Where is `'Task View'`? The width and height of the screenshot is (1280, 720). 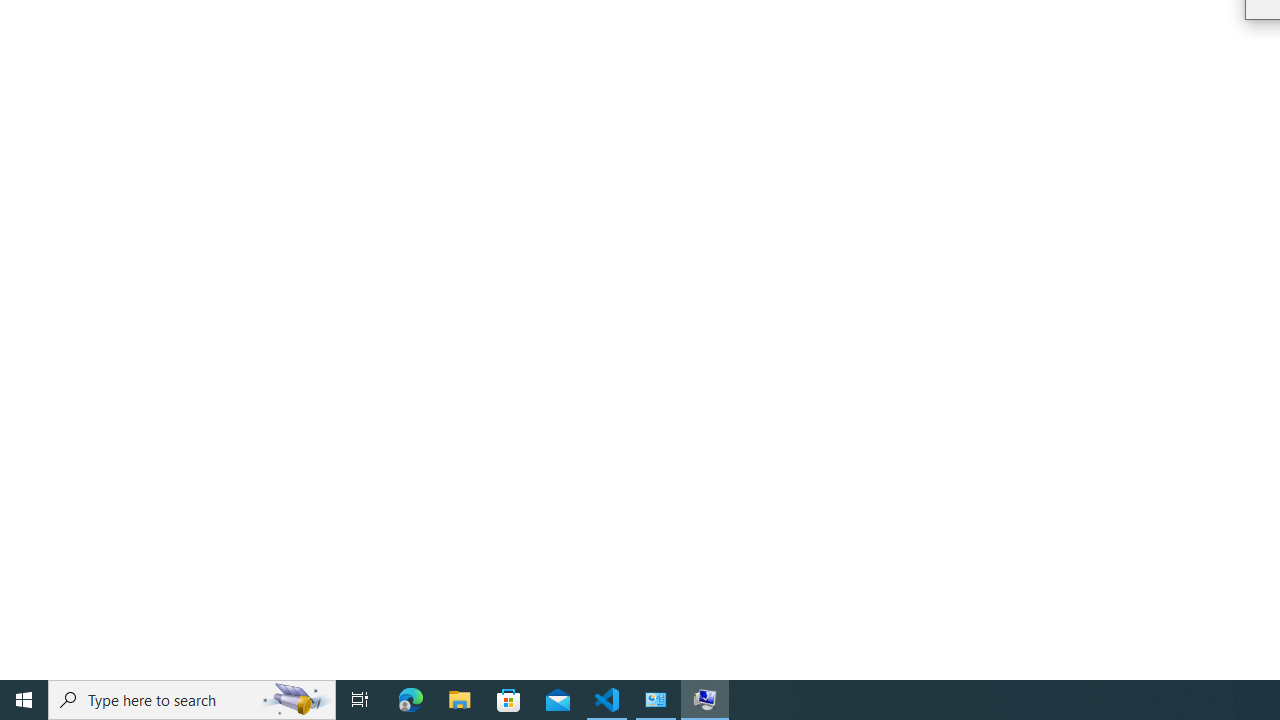 'Task View' is located at coordinates (359, 698).